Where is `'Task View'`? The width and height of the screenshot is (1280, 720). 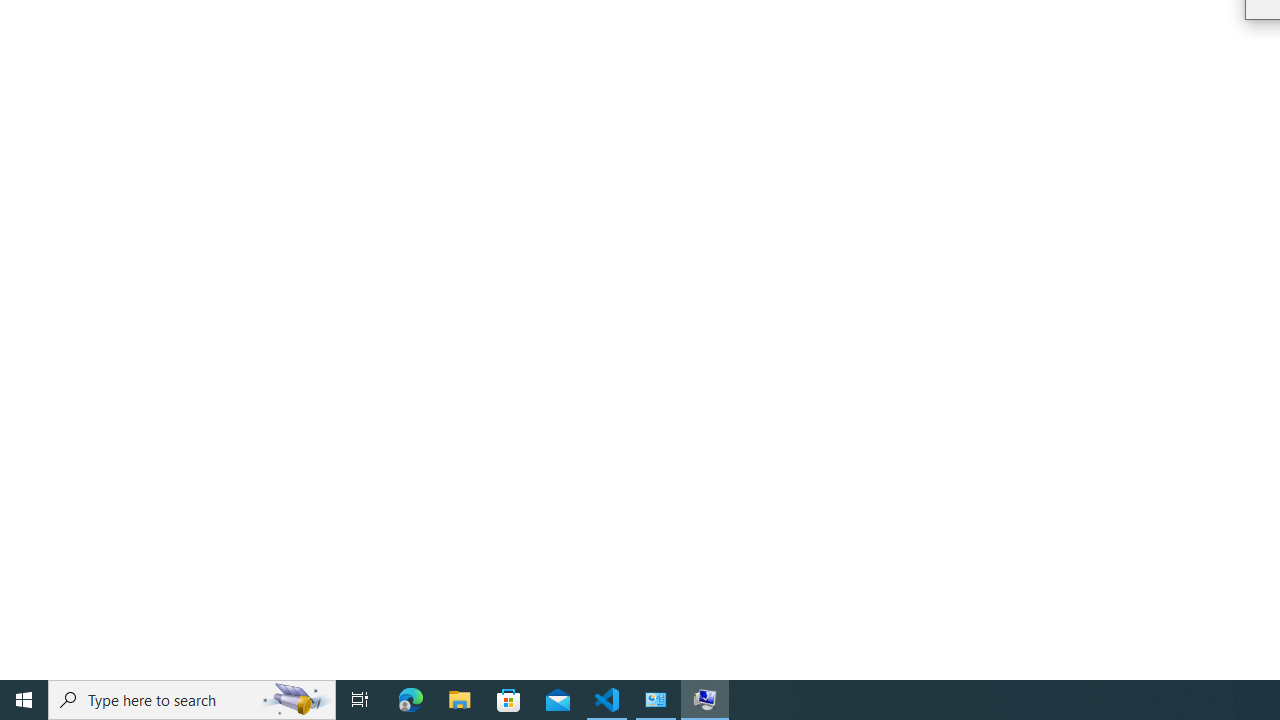 'Task View' is located at coordinates (359, 698).